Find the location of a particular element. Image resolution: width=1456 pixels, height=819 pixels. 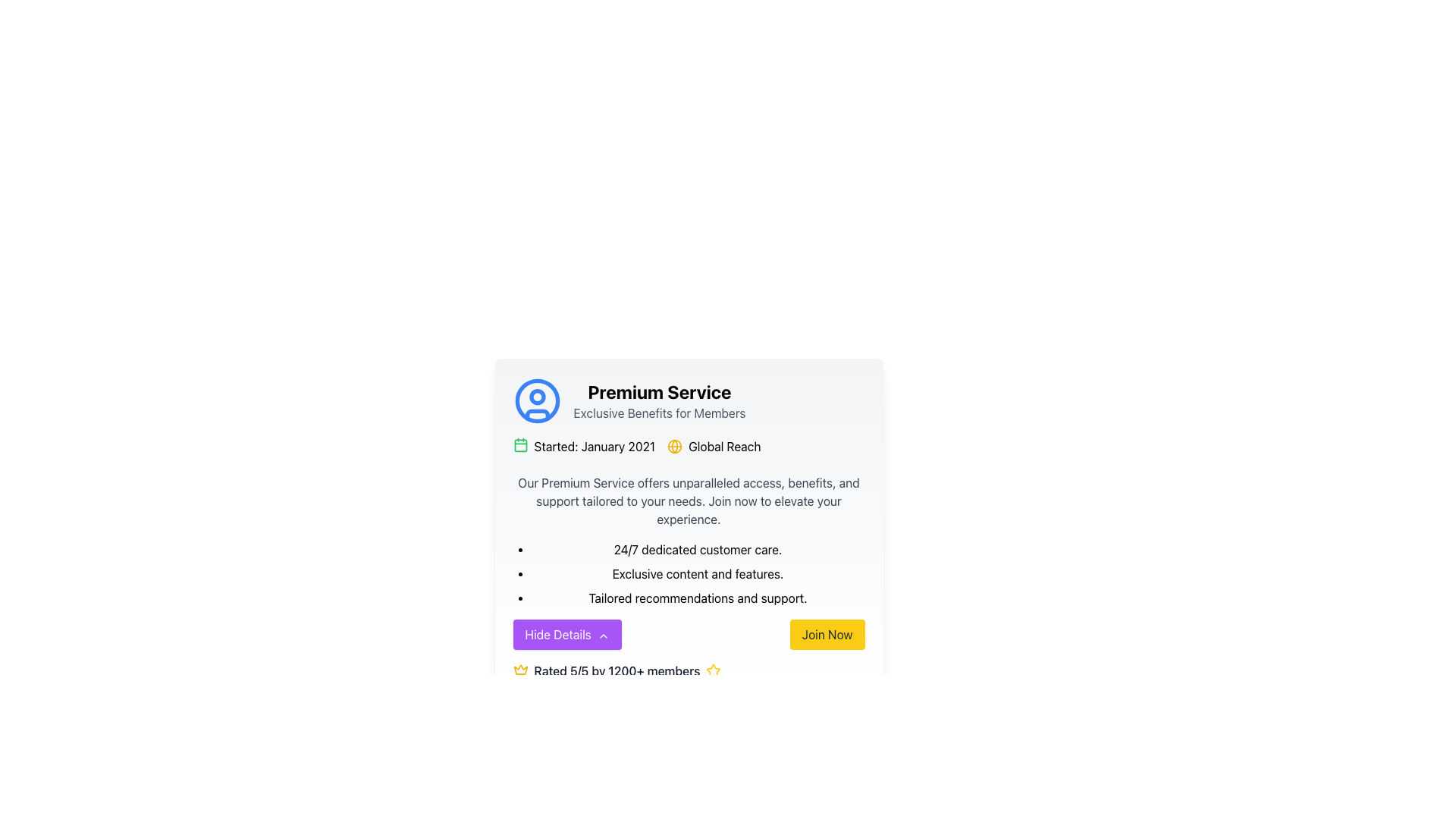

the text label reading 'Started: January 2021', which is located in the upper-left section of the card, next to a green calendar icon is located at coordinates (594, 446).